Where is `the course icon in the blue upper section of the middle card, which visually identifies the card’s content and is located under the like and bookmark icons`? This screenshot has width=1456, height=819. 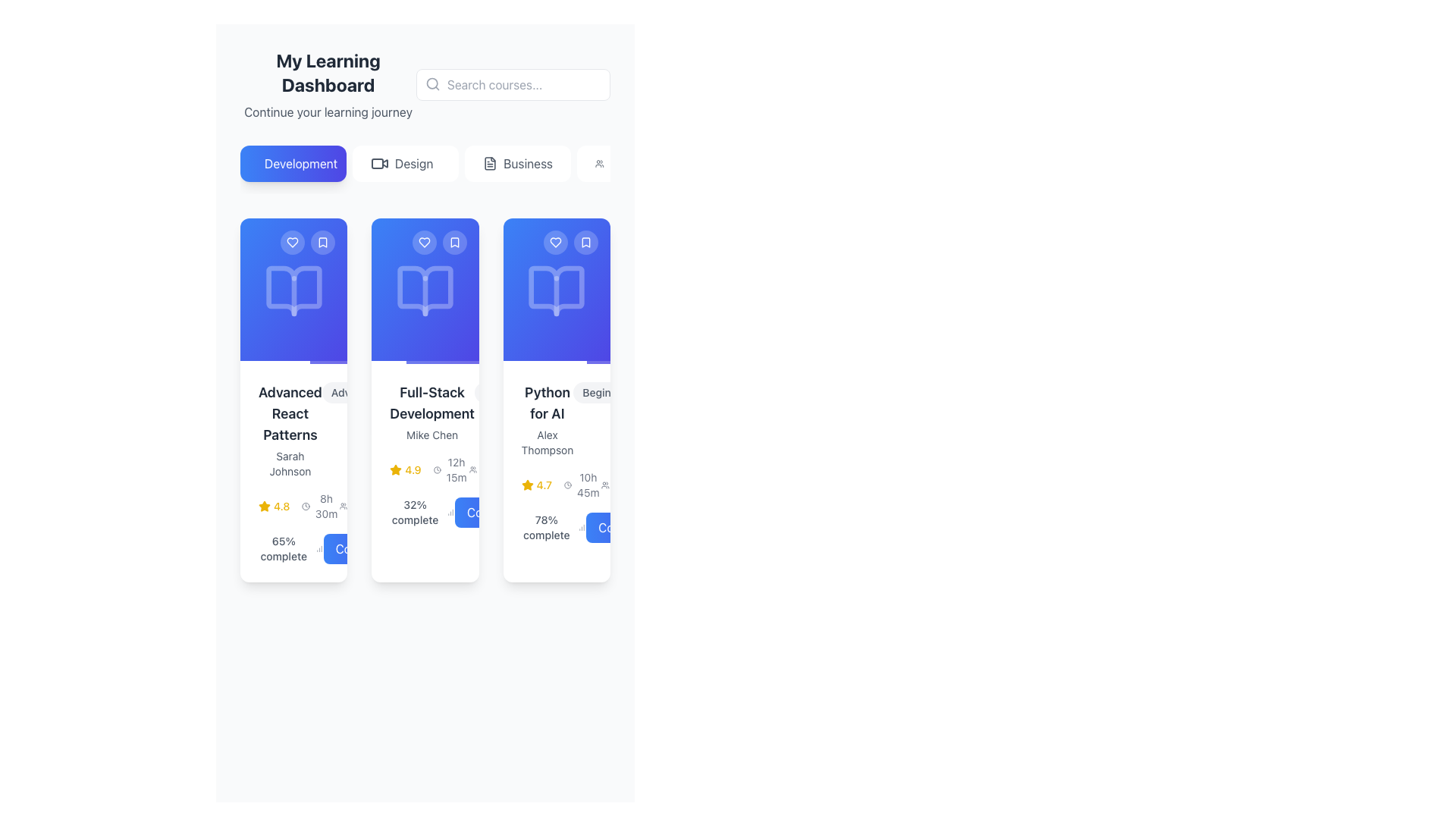 the course icon in the blue upper section of the middle card, which visually identifies the card’s content and is located under the like and bookmark icons is located at coordinates (425, 291).